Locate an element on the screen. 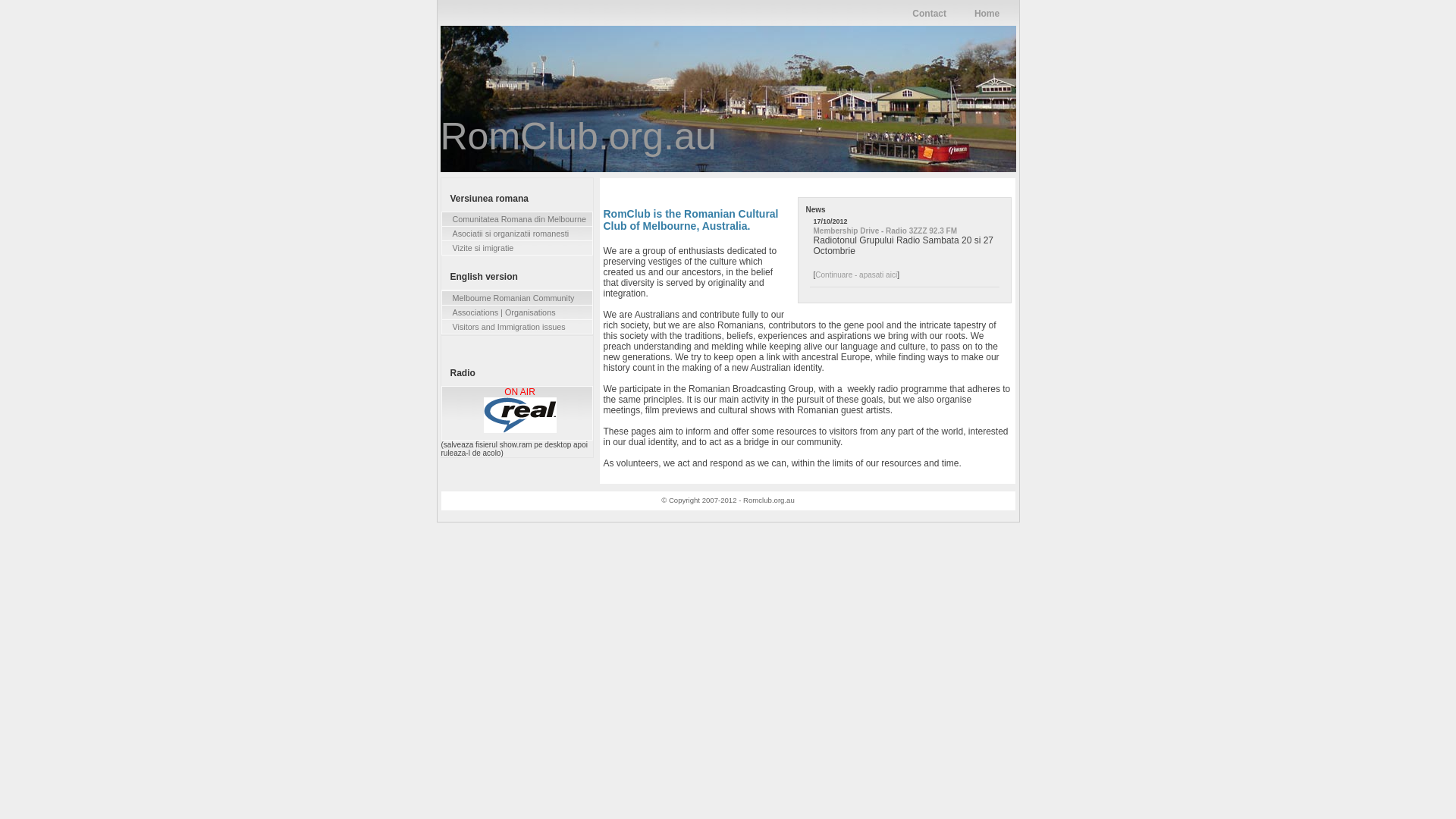  'Comunitatea Romana din Melbourne' is located at coordinates (440, 219).